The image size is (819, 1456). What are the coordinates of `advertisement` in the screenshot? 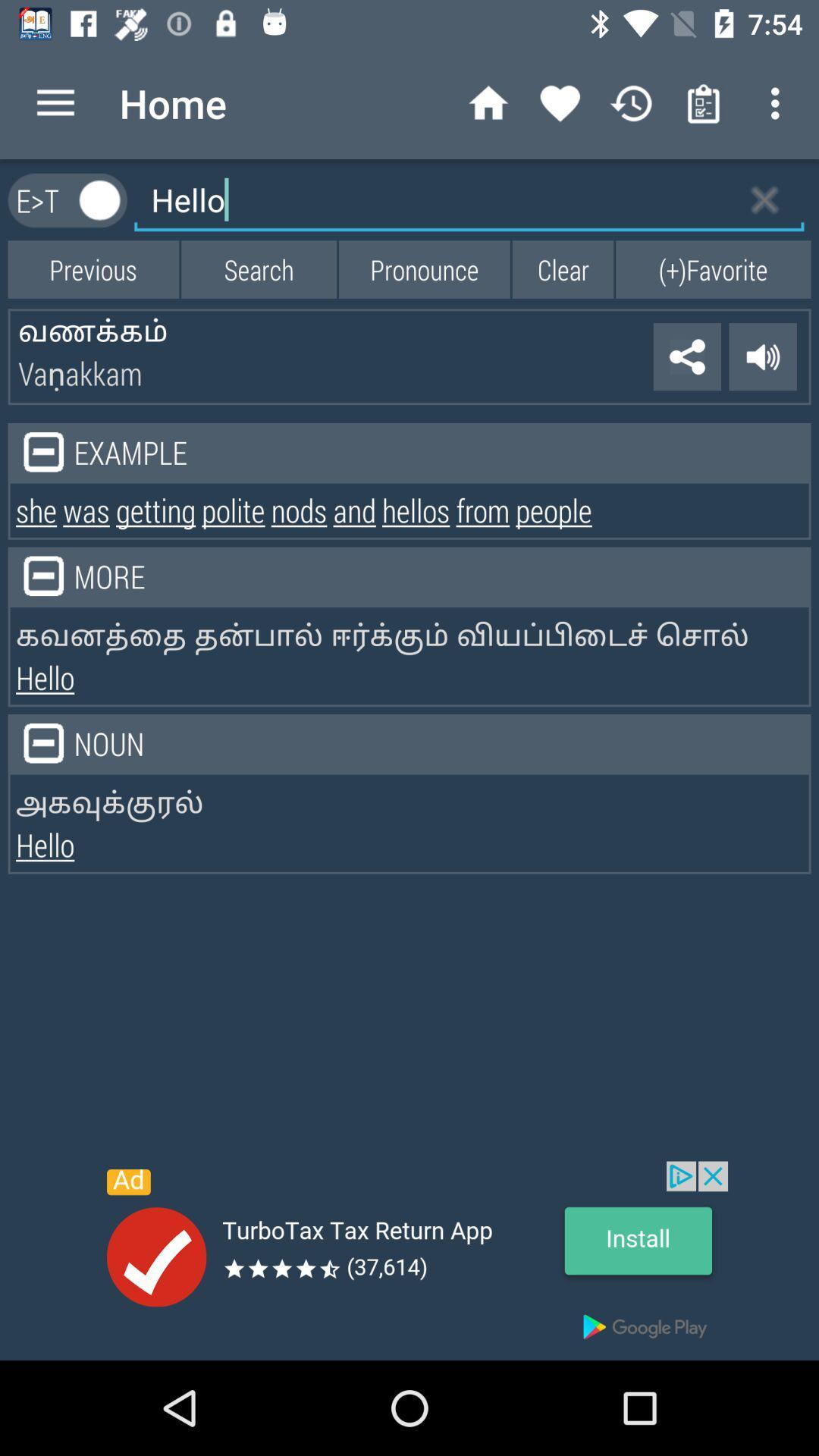 It's located at (409, 1260).